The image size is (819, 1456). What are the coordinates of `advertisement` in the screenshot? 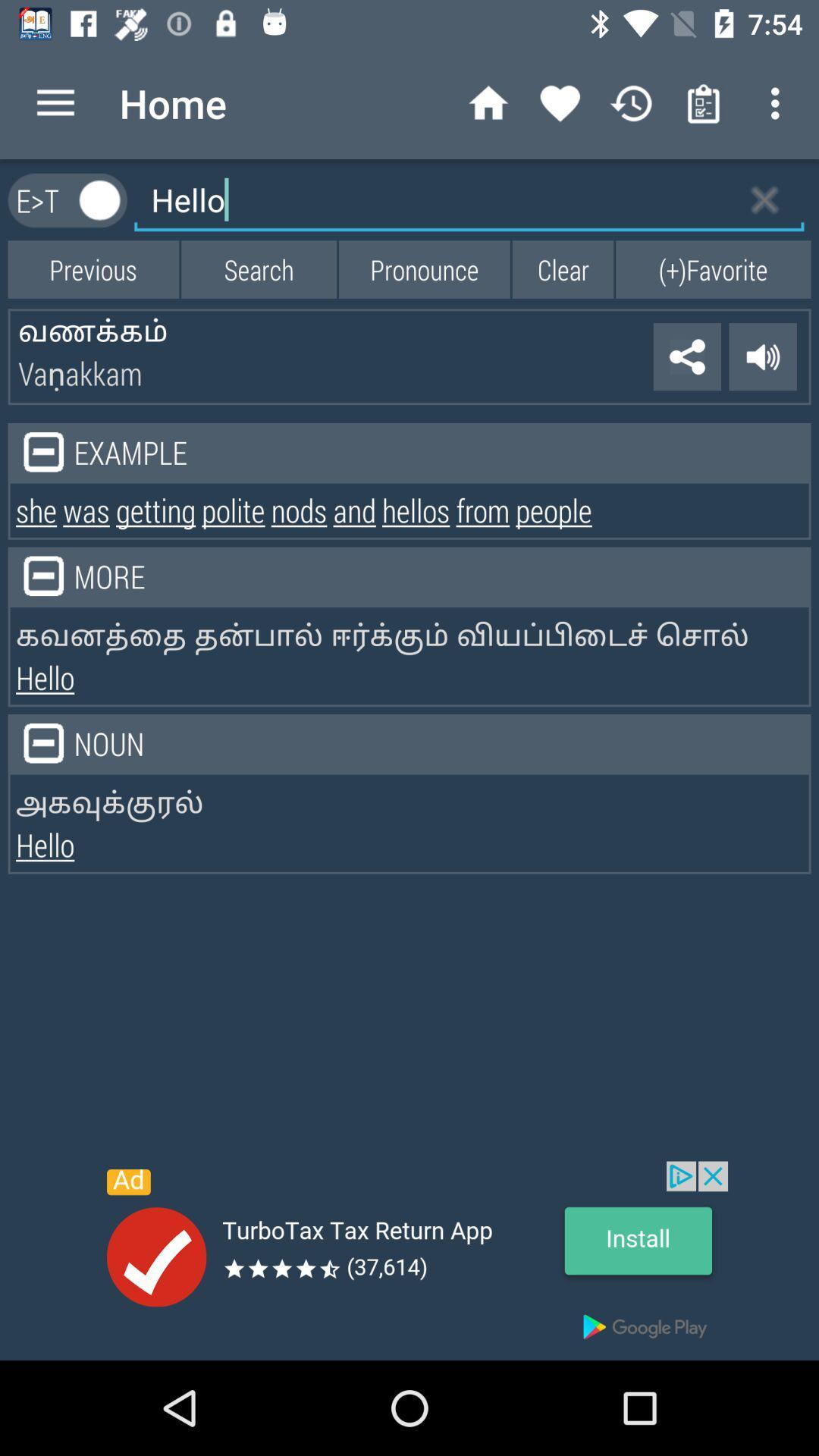 It's located at (409, 1260).